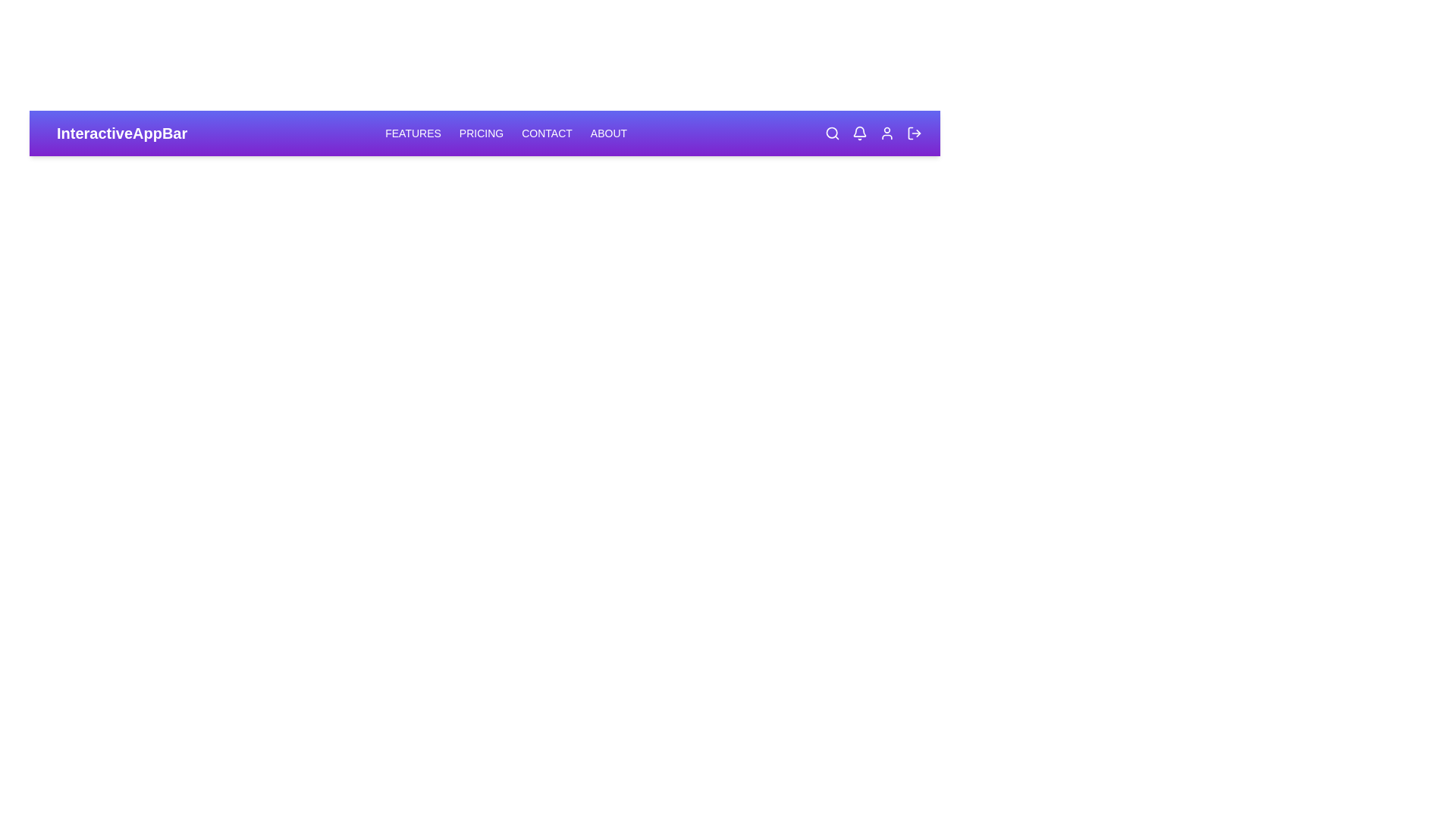 This screenshot has height=819, width=1456. What do you see at coordinates (116, 133) in the screenshot?
I see `the text 'InteractiveAppBar' to select it` at bounding box center [116, 133].